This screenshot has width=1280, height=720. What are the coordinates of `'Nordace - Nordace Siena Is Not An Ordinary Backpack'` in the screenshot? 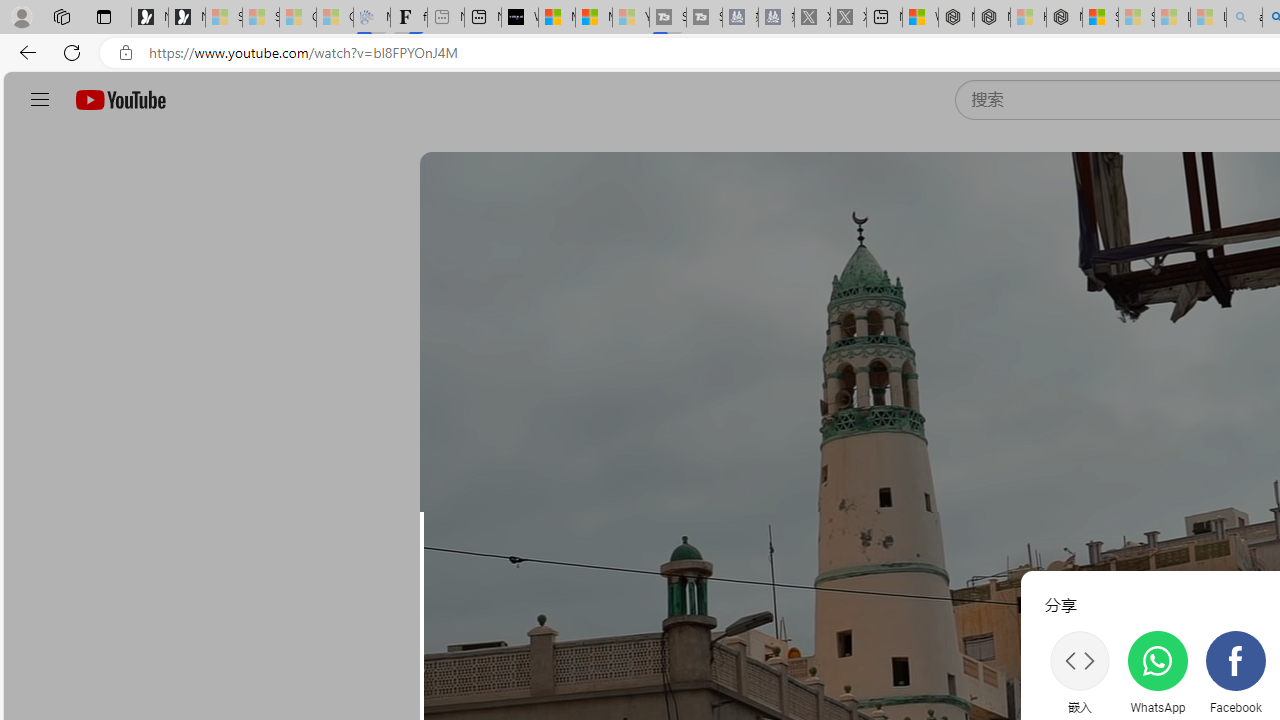 It's located at (1063, 17).